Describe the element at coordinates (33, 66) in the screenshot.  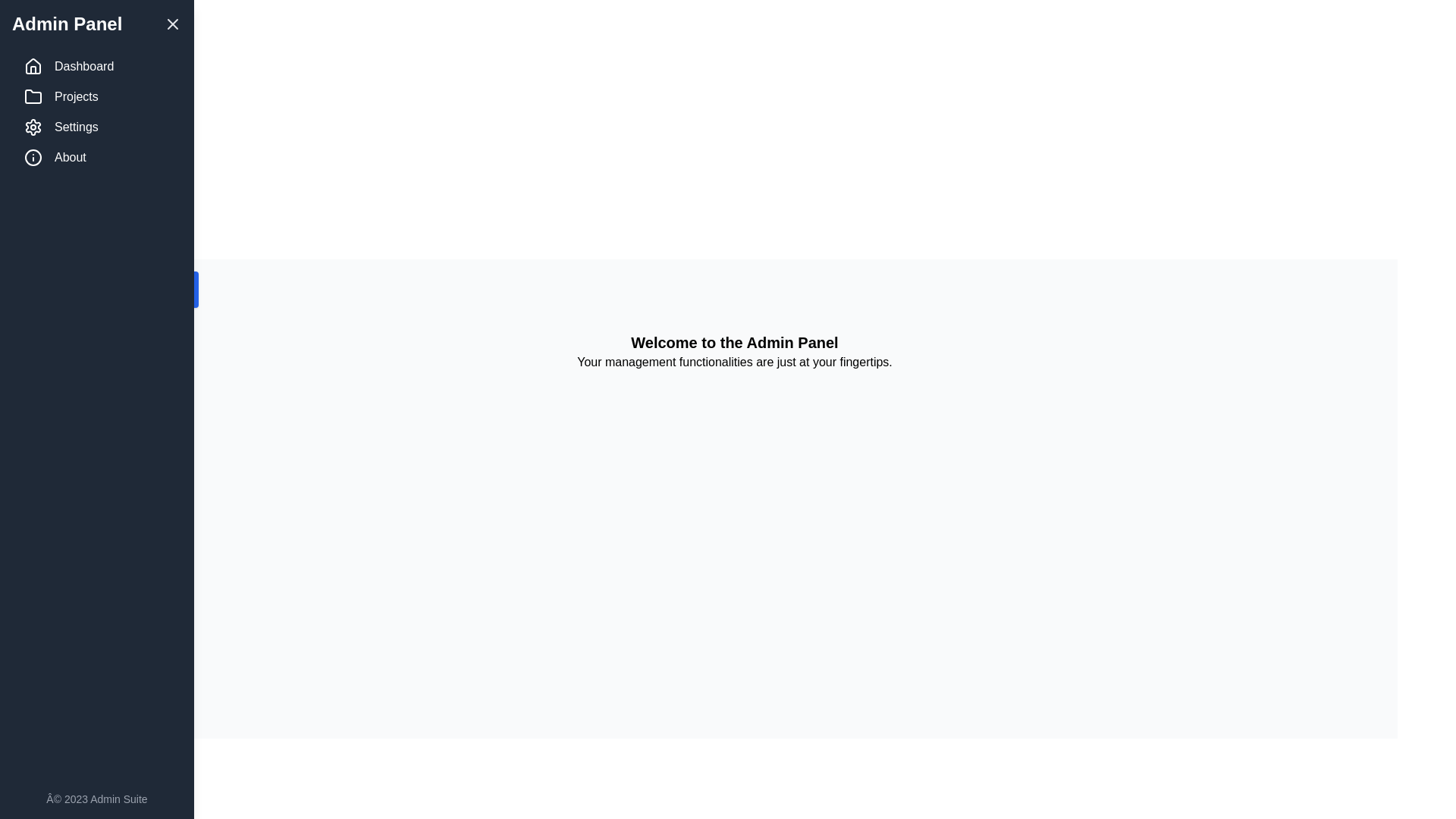
I see `the 'Dashboard' menu item icon located in the left navigation panel` at that location.